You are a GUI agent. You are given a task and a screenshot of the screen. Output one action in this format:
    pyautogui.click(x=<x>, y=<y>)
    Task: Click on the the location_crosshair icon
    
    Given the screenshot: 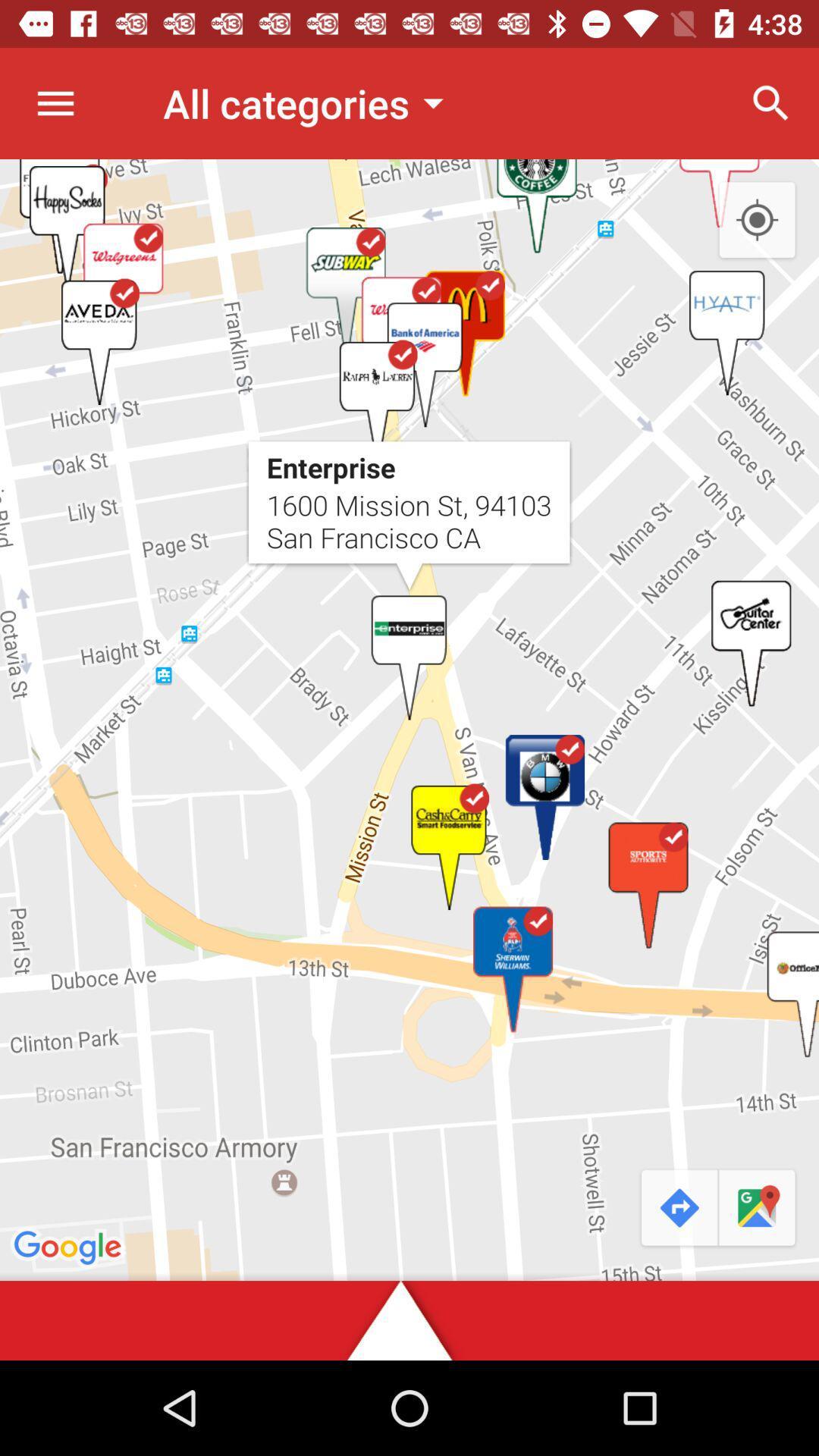 What is the action you would take?
    pyautogui.click(x=757, y=220)
    